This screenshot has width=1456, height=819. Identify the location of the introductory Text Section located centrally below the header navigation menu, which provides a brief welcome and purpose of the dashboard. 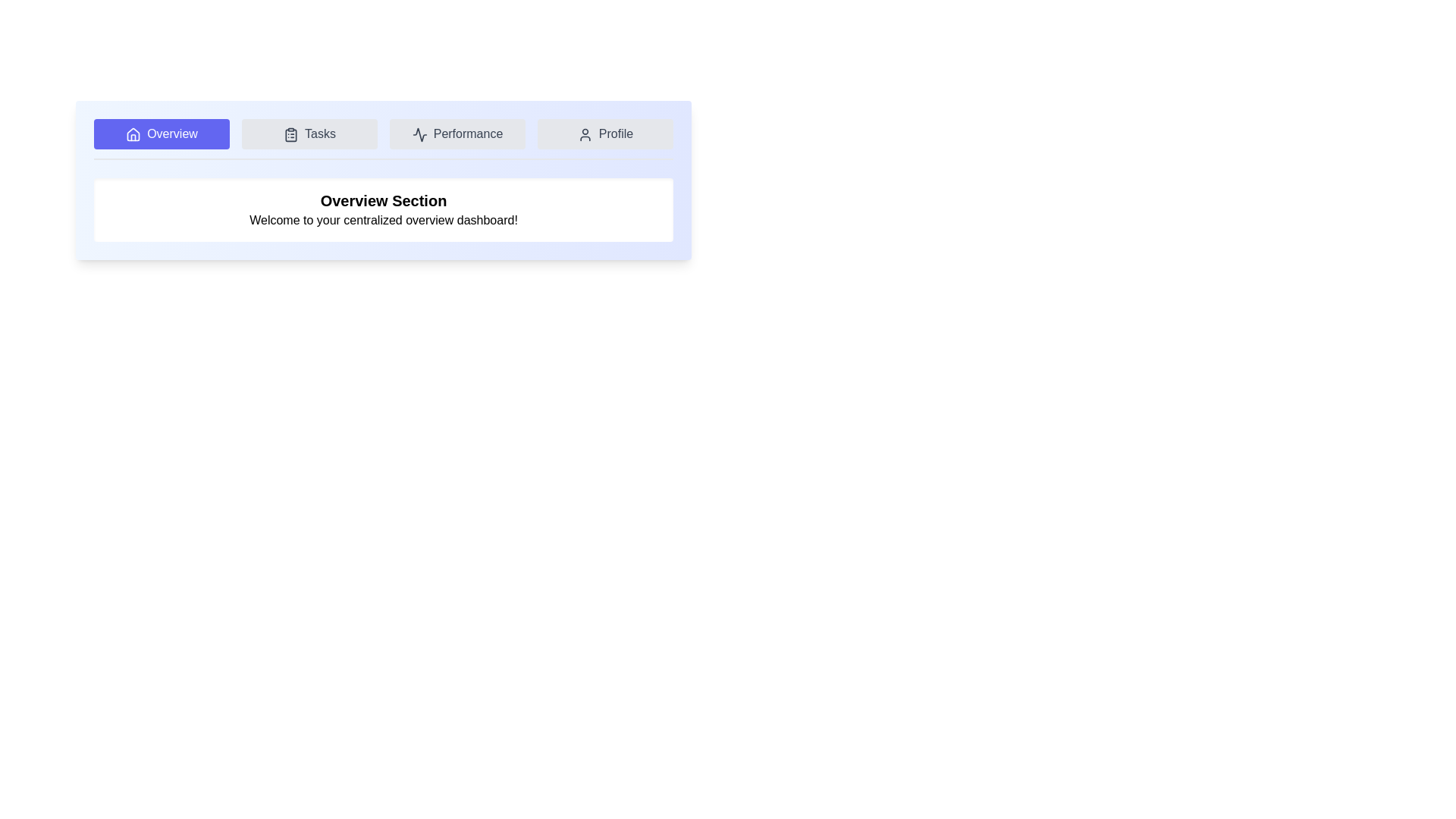
(383, 210).